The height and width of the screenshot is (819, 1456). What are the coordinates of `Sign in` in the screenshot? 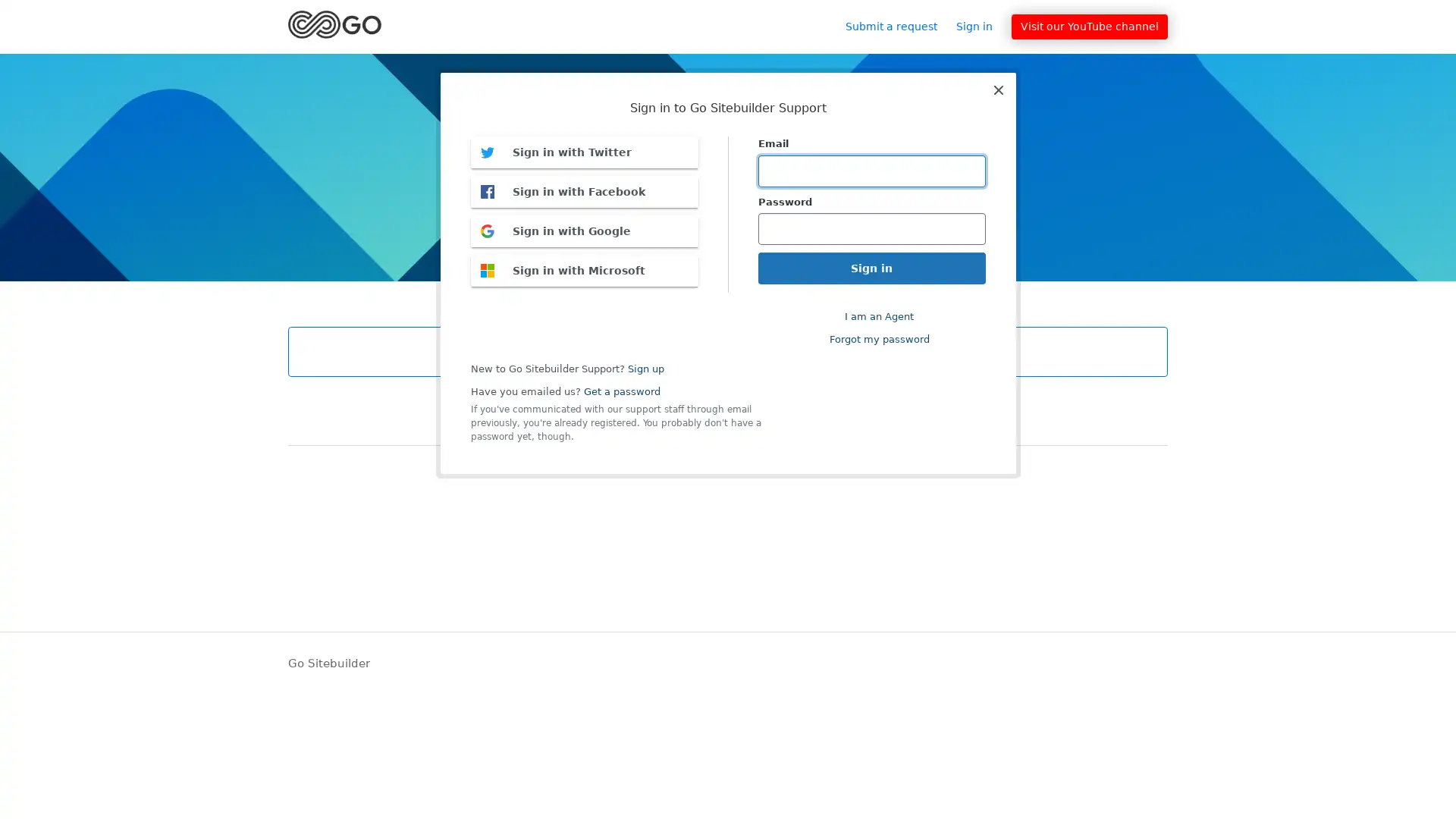 It's located at (982, 26).